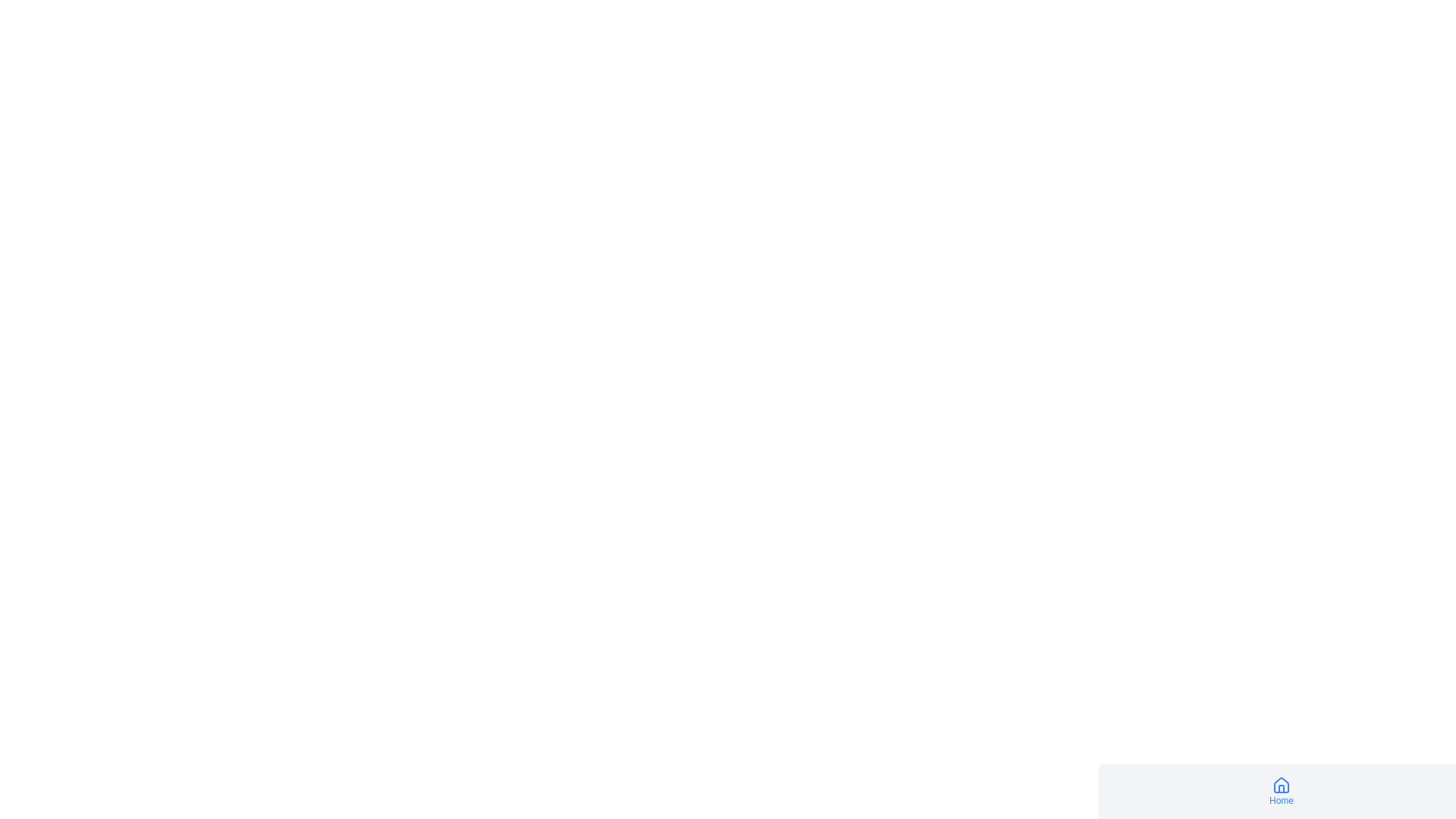 The height and width of the screenshot is (819, 1456). Describe the element at coordinates (1280, 800) in the screenshot. I see `the 'Home' text label, which is styled in small blue font and located beneath a house icon in the bottom-right corner of the interface` at that location.